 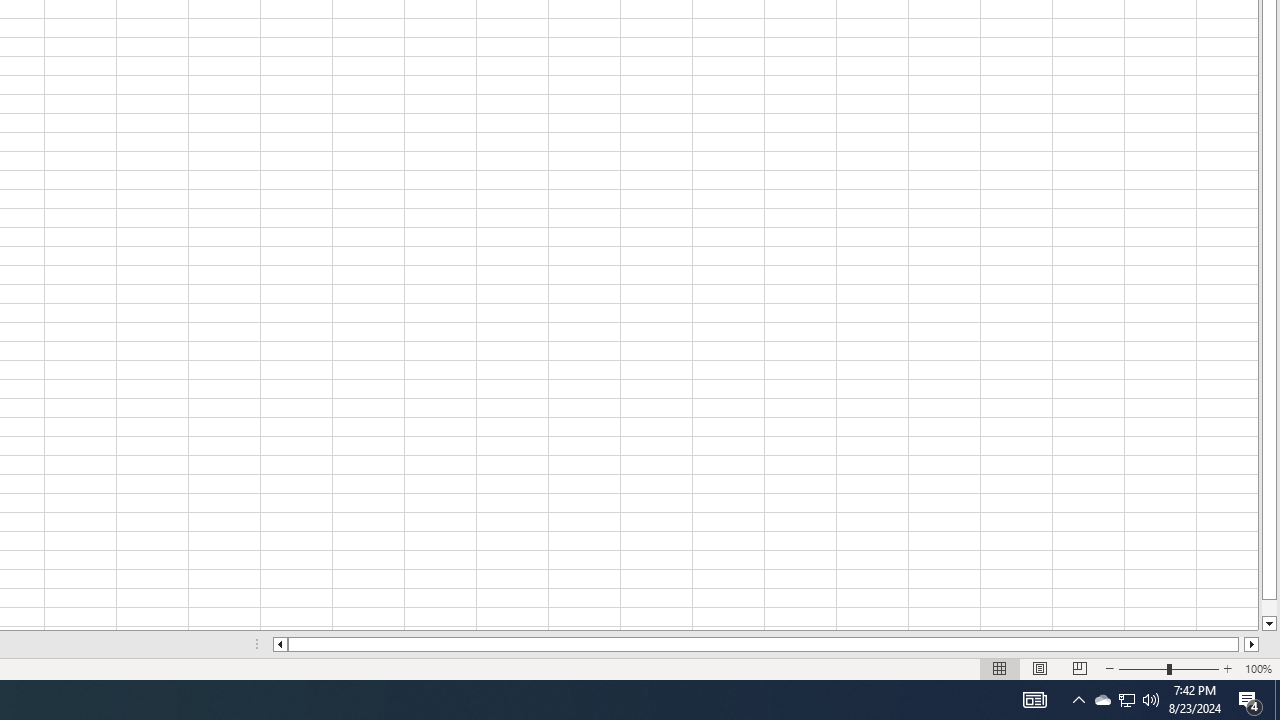 What do you see at coordinates (1240, 644) in the screenshot?
I see `'Page right'` at bounding box center [1240, 644].